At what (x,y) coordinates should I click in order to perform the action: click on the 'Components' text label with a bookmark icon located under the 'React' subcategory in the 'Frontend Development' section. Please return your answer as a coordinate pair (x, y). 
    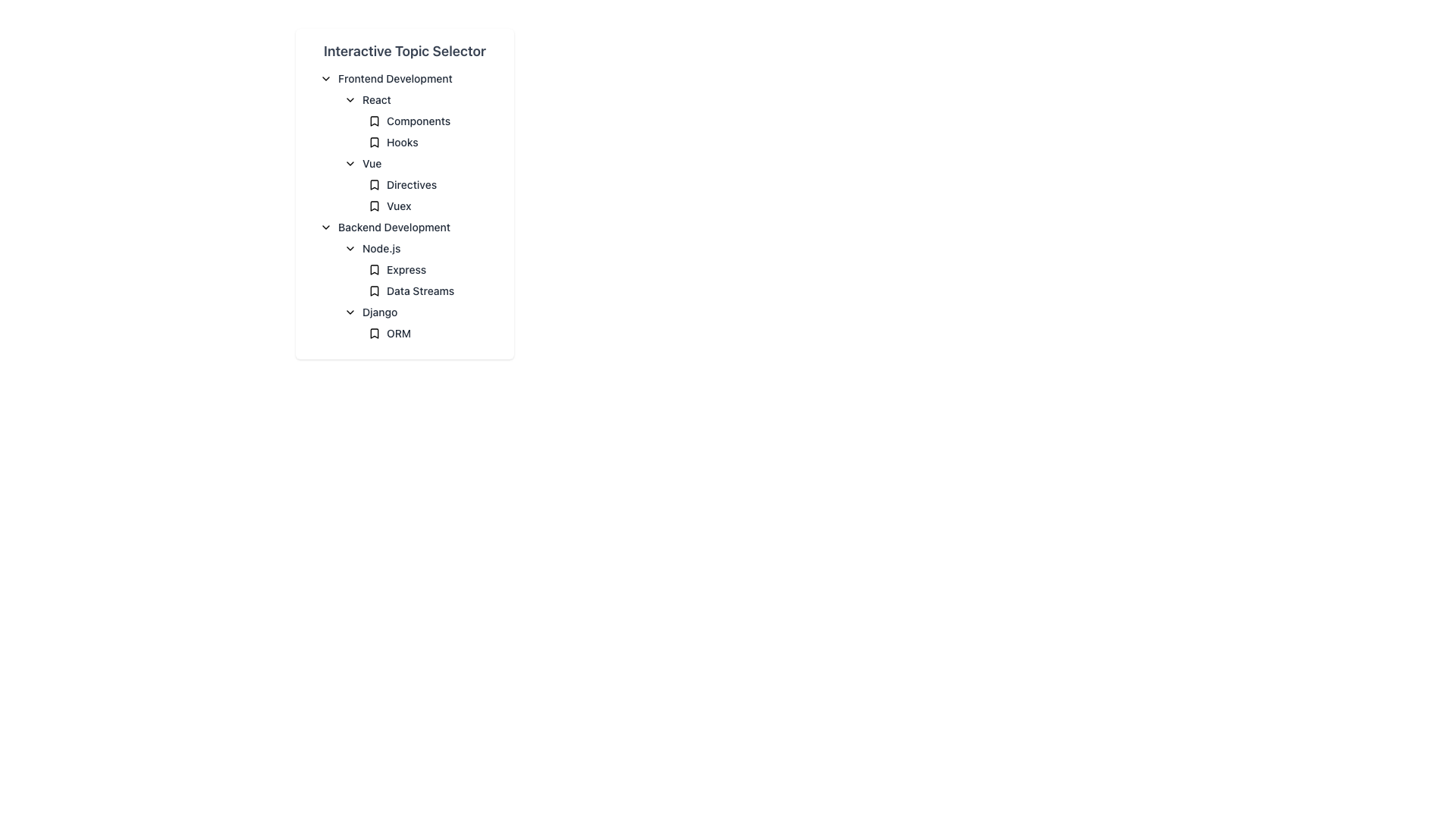
    Looking at the image, I should click on (435, 120).